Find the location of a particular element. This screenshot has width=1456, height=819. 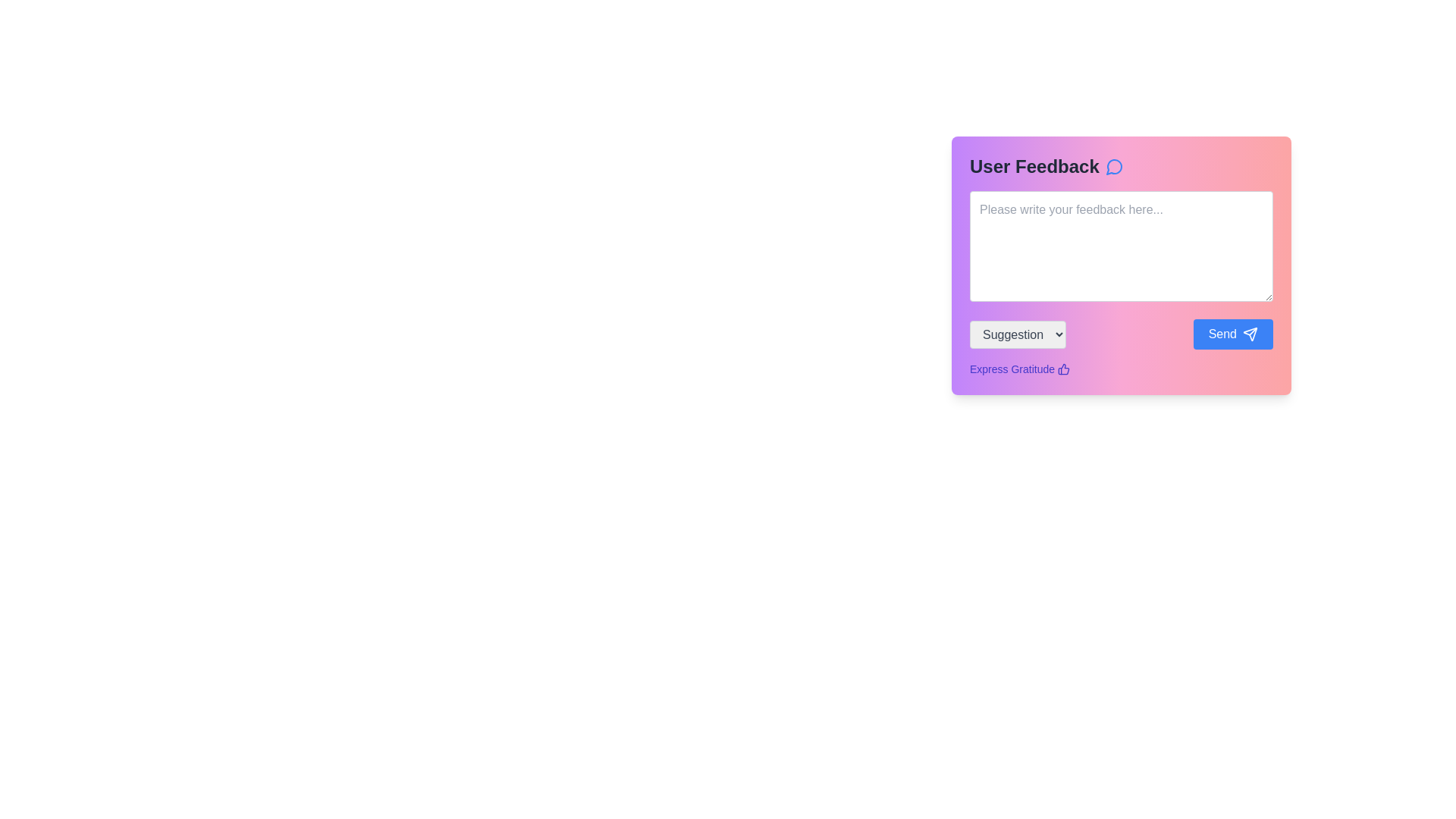

the status notification icon located in the 'User Feedback' box, adjacent to the title 'User Feedback.' is located at coordinates (1114, 167).